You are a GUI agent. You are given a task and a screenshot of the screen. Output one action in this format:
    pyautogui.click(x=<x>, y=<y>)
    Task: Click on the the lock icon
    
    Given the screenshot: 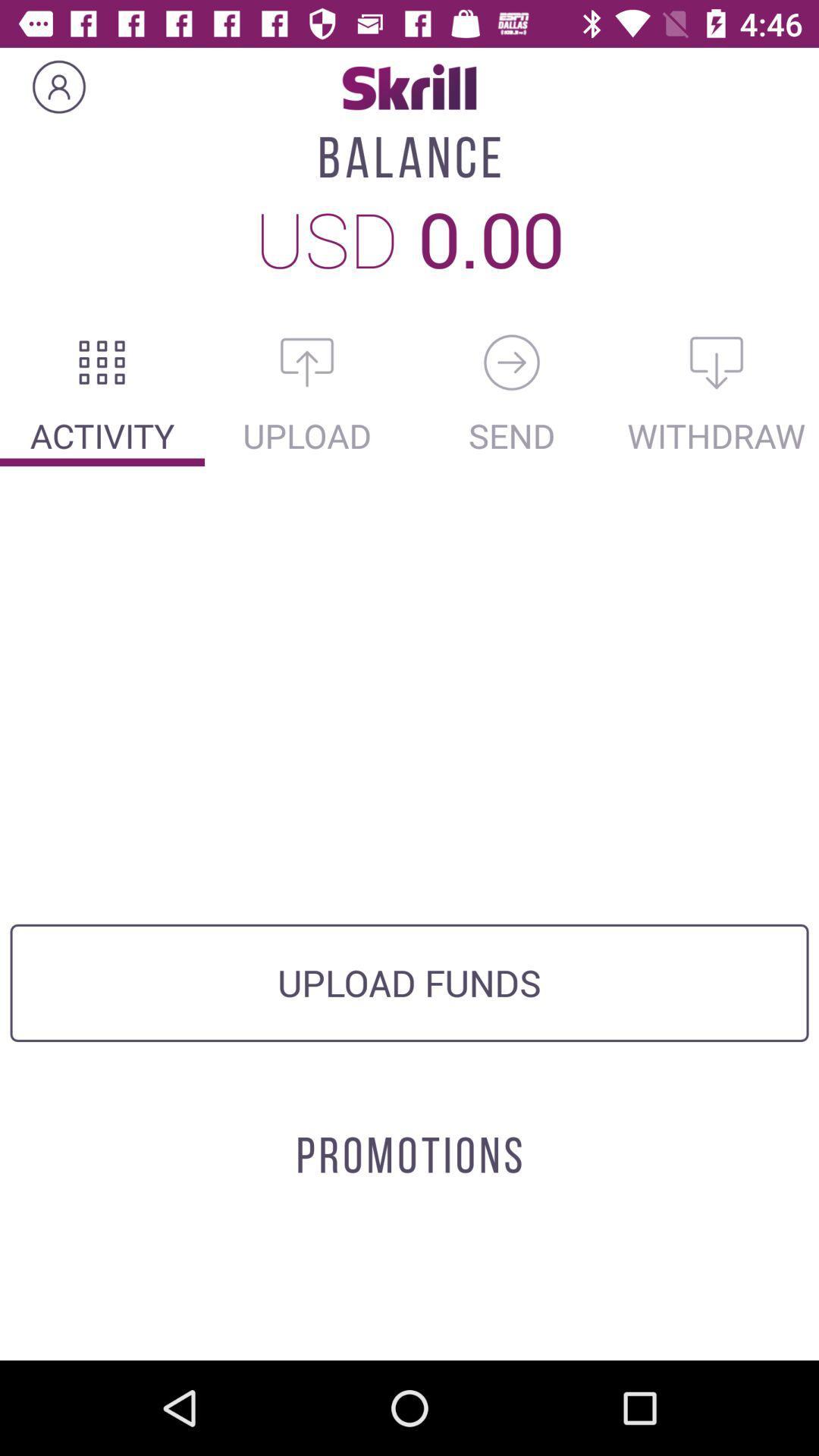 What is the action you would take?
    pyautogui.click(x=512, y=362)
    